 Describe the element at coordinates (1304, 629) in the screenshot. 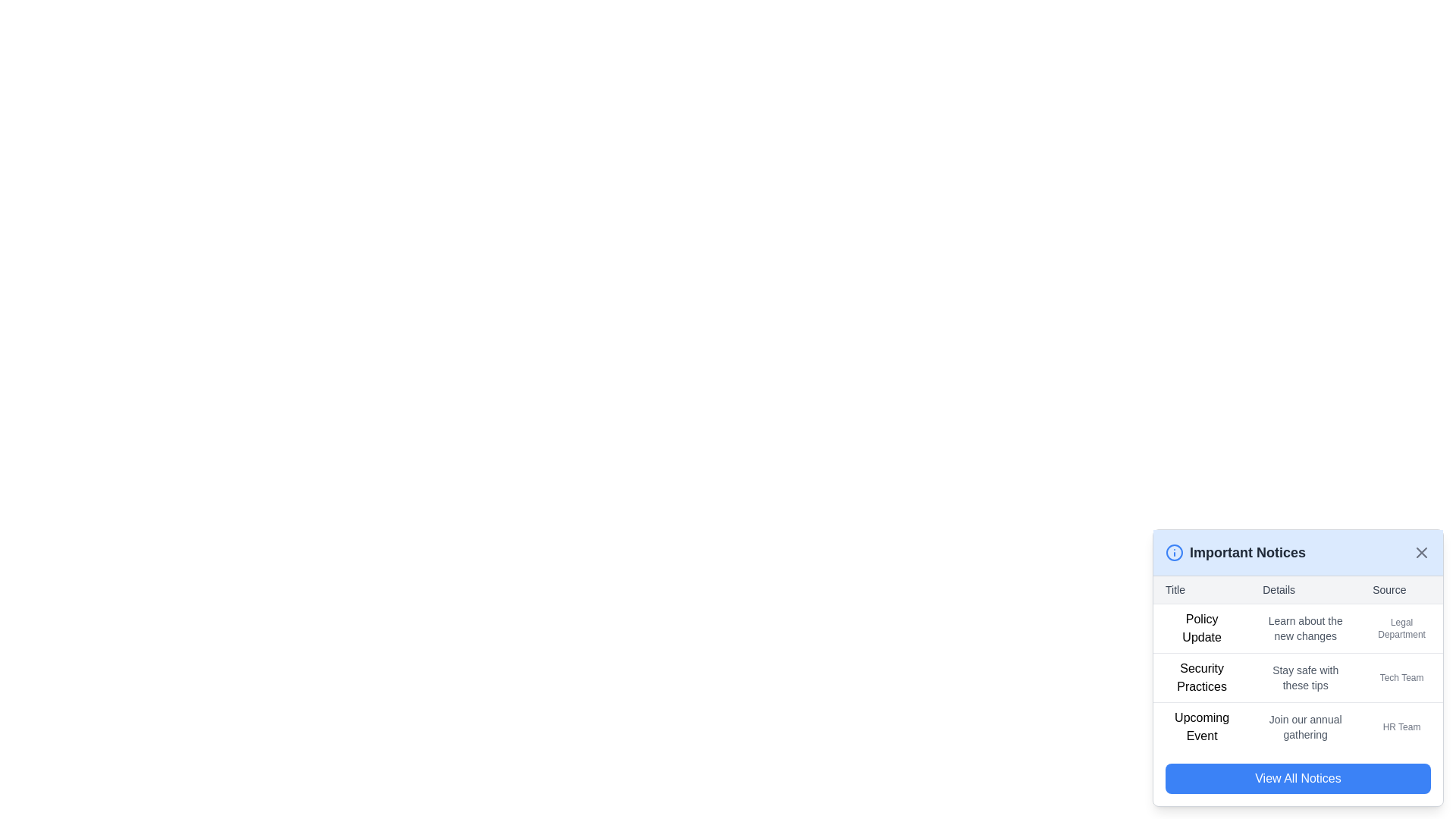

I see `the static text element displaying 'Learn about the new changes', which is located in the second column of the first row of the 'Important Notices' table` at that location.